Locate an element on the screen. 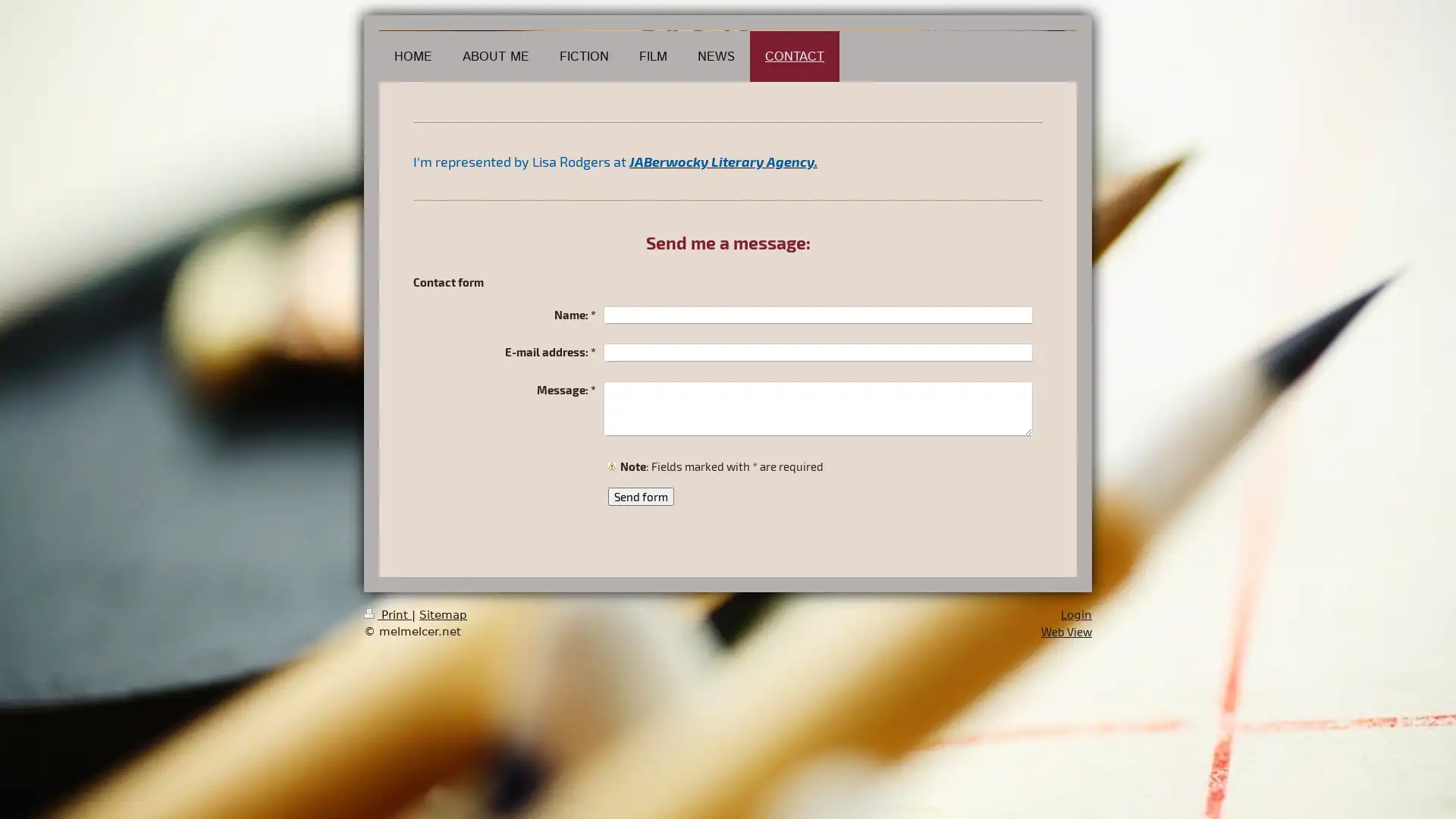 The width and height of the screenshot is (1456, 819). Send form is located at coordinates (641, 497).